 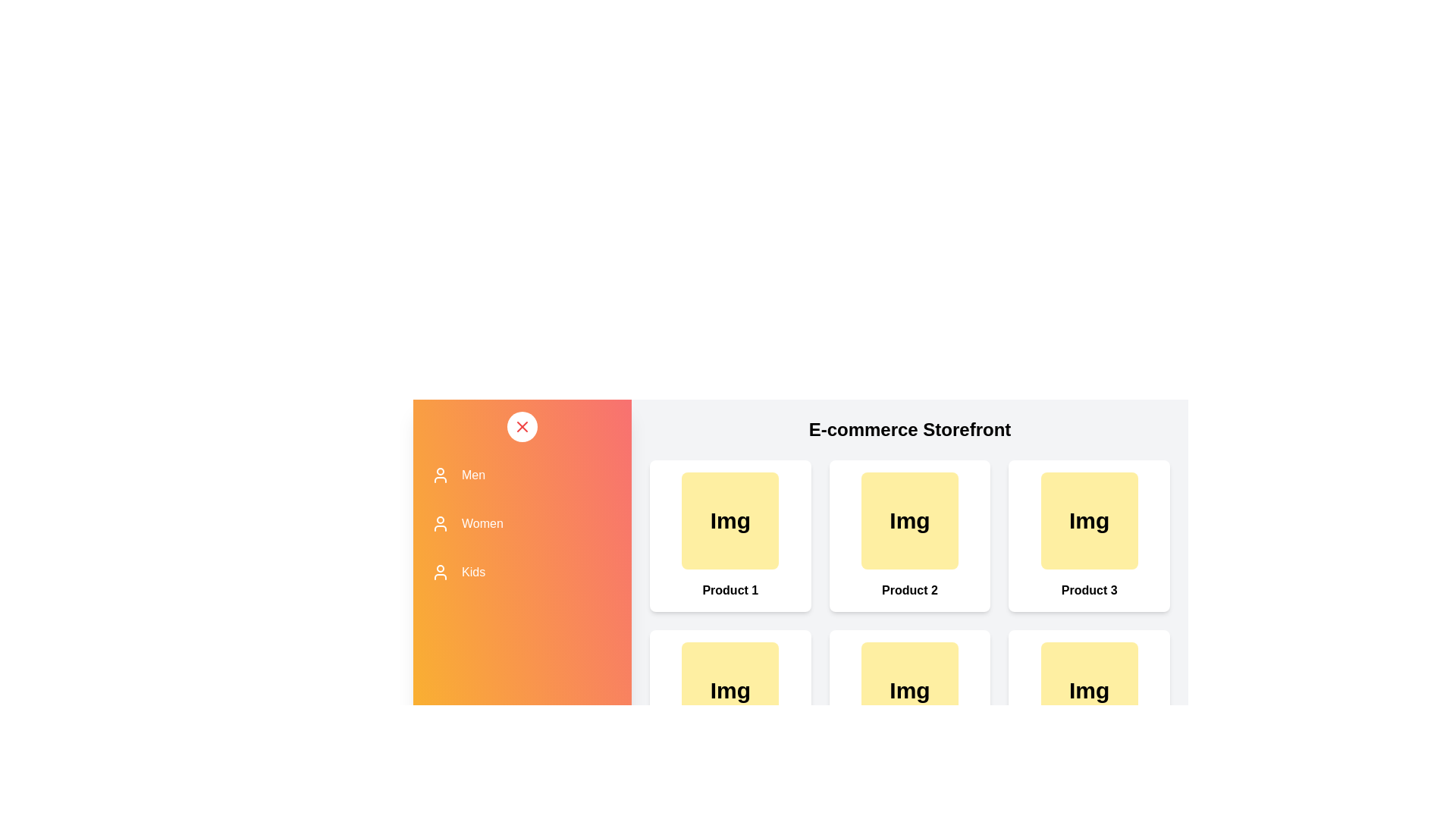 I want to click on the category Men to observe its hover effect, so click(x=522, y=475).